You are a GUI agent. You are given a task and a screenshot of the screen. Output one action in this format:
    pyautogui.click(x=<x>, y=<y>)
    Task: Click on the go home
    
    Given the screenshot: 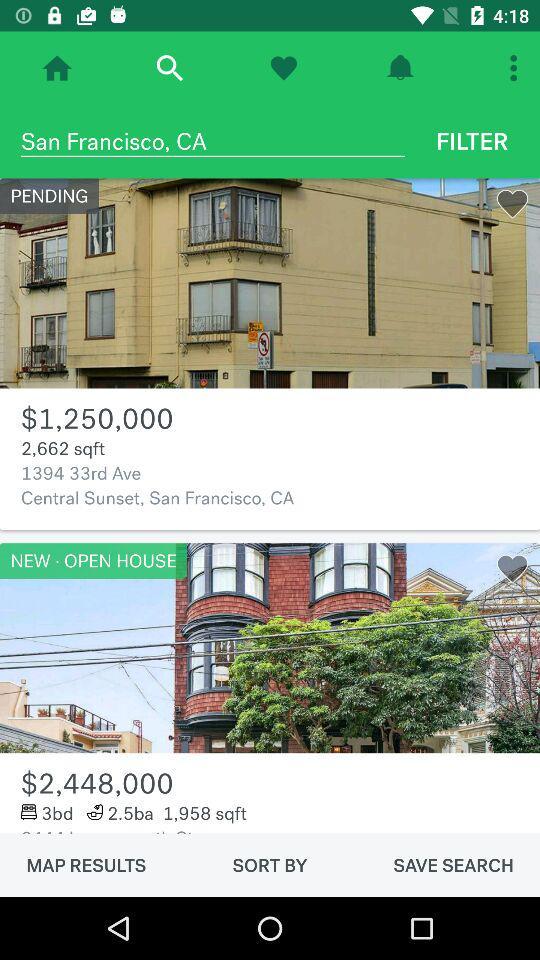 What is the action you would take?
    pyautogui.click(x=57, y=68)
    